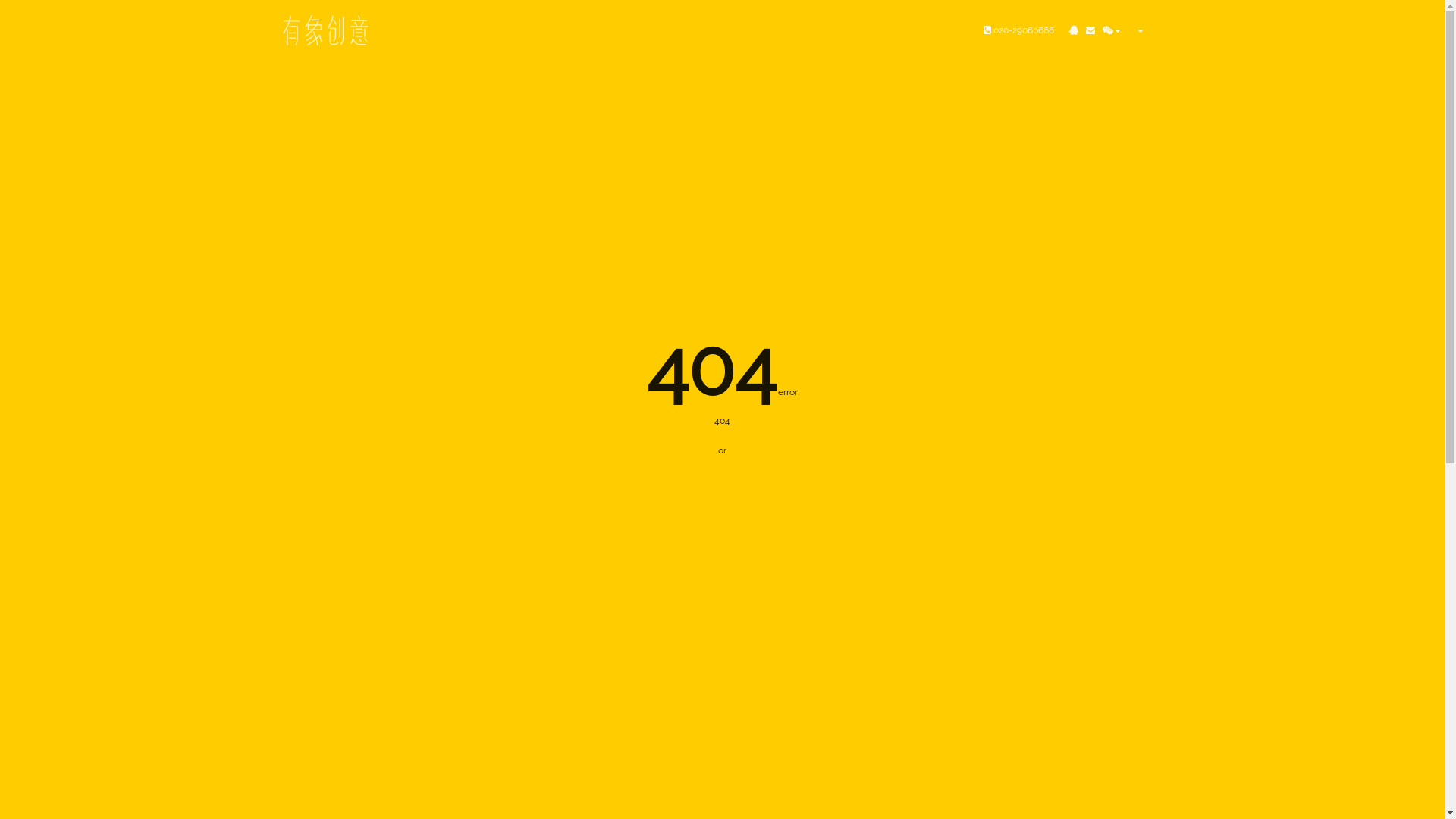  Describe the element at coordinates (1018, 30) in the screenshot. I see `'0` at that location.